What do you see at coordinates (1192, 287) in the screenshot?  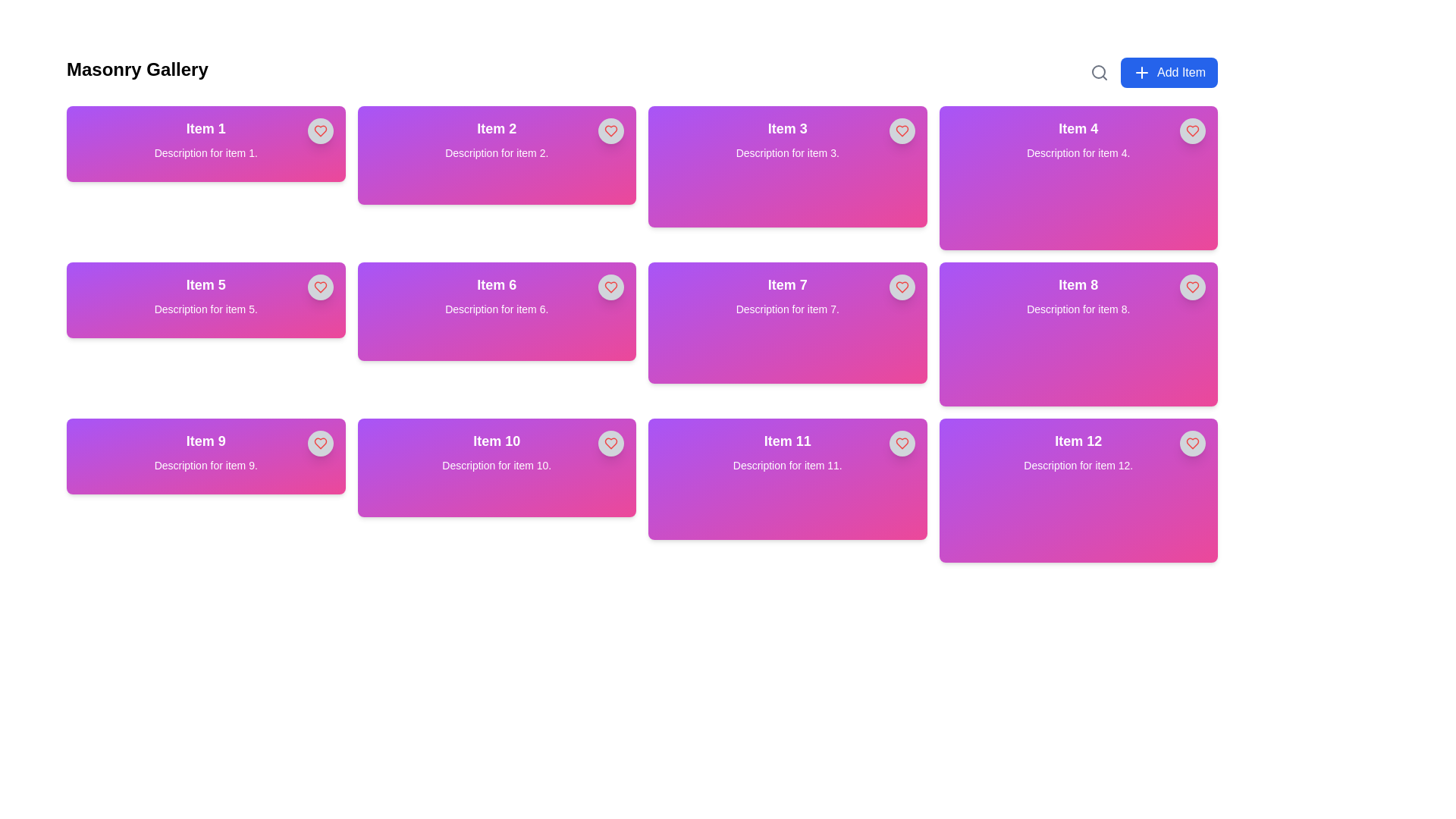 I see `the interactive button in the top-right corner of the card titled 'Item 8' to like the item` at bounding box center [1192, 287].